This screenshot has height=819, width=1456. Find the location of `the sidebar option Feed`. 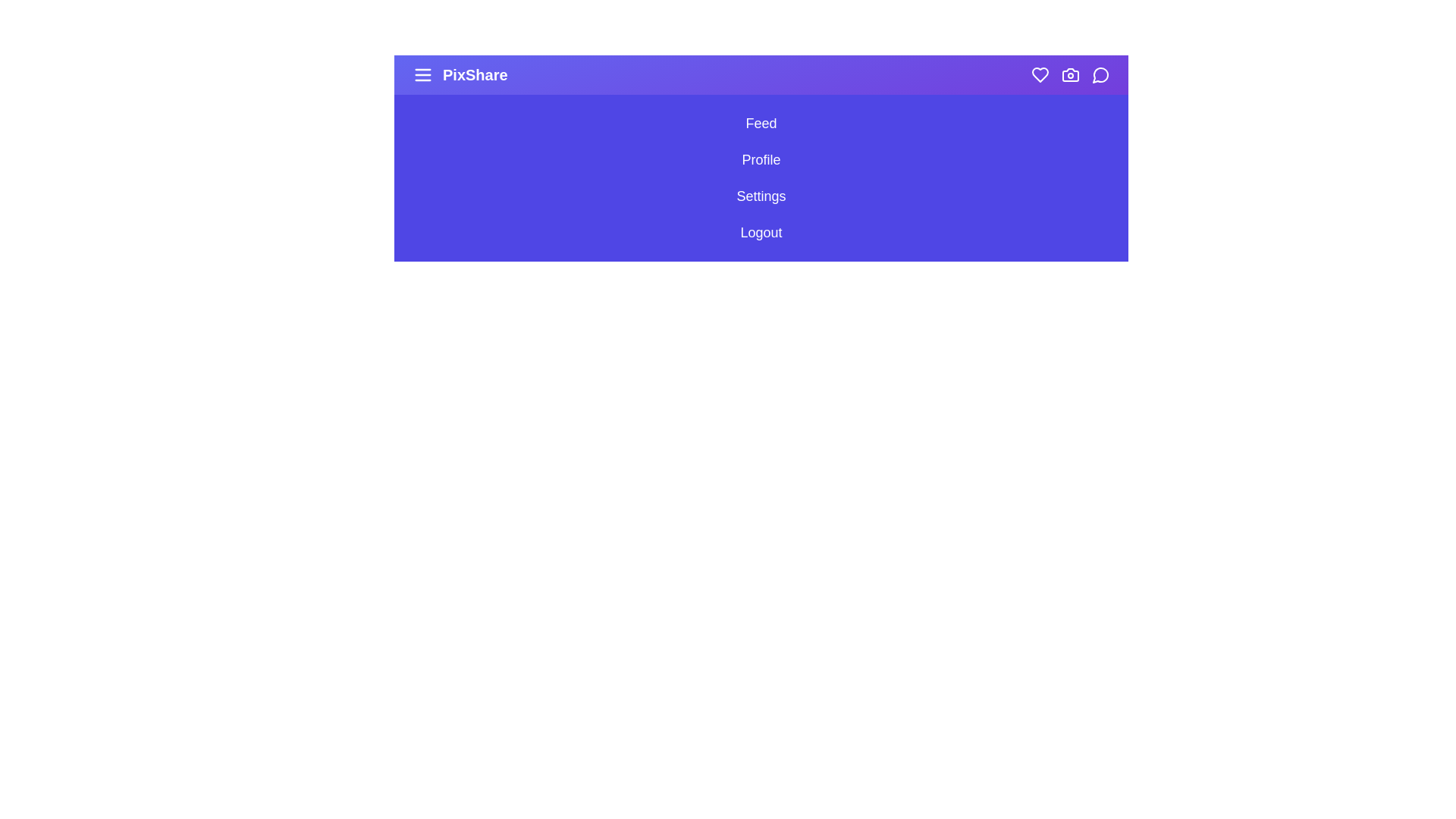

the sidebar option Feed is located at coordinates (761, 122).